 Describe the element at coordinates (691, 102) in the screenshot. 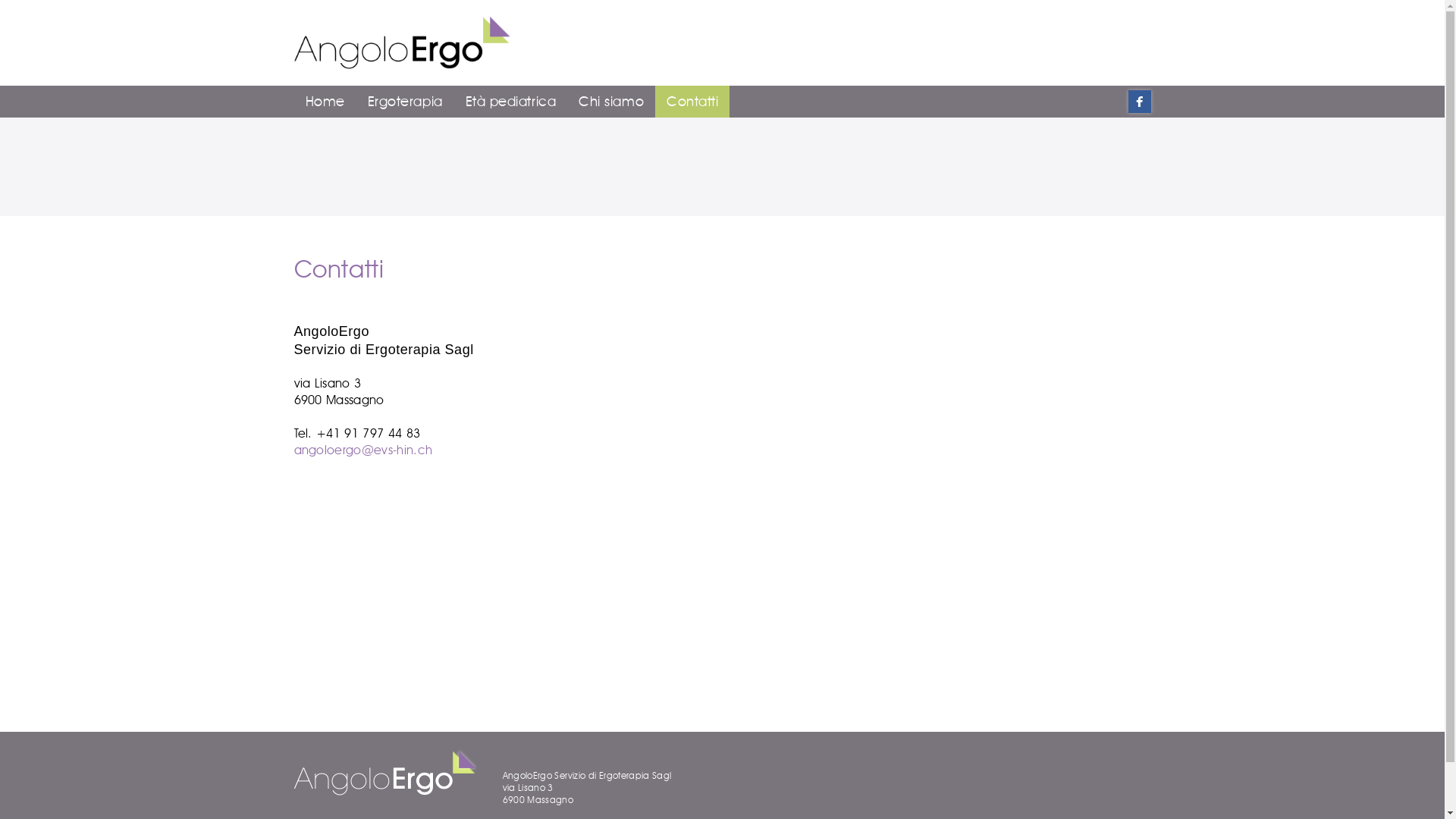

I see `'Contatti'` at that location.